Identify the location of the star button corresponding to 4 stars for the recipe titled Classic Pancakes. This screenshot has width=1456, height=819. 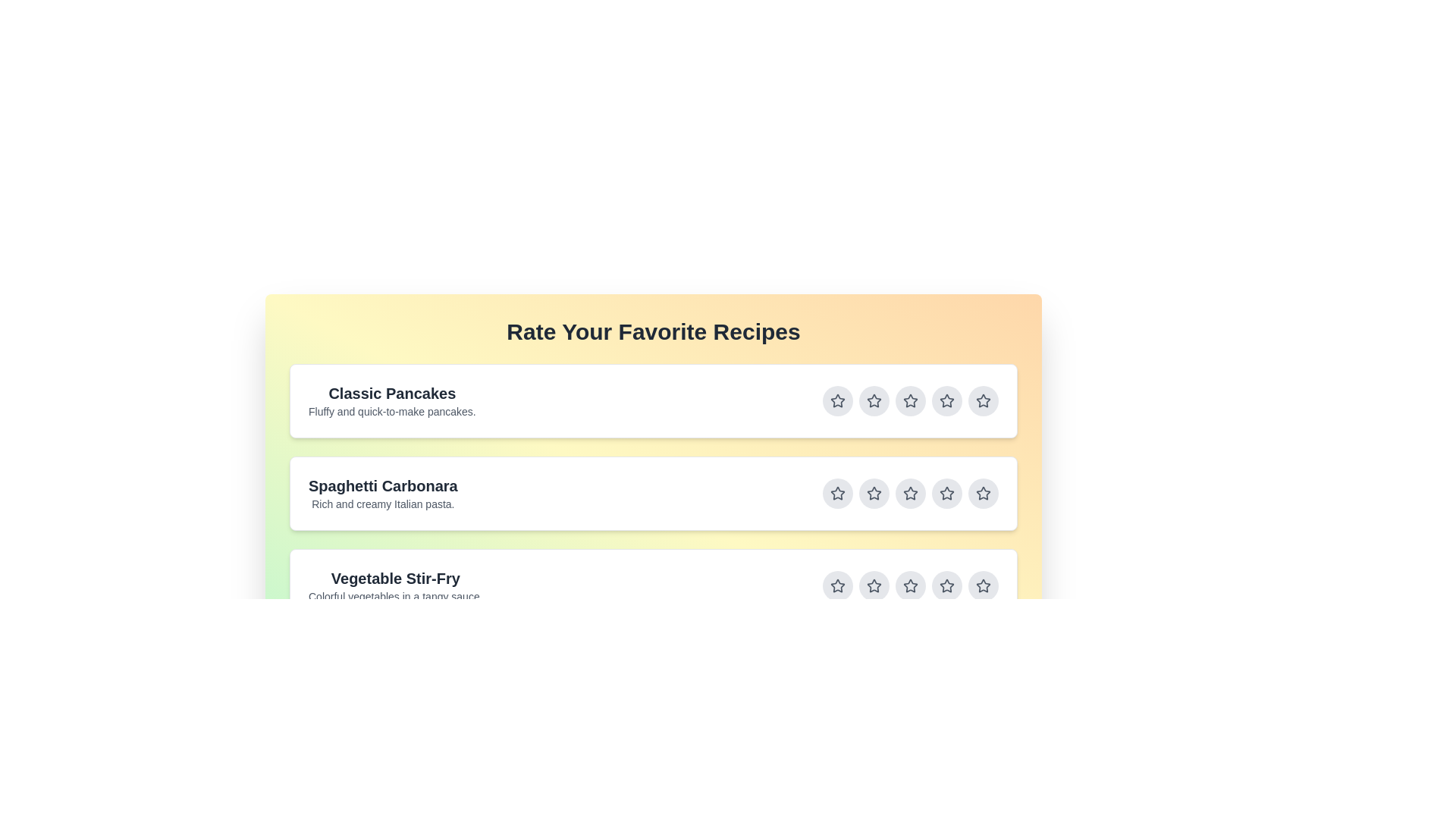
(946, 400).